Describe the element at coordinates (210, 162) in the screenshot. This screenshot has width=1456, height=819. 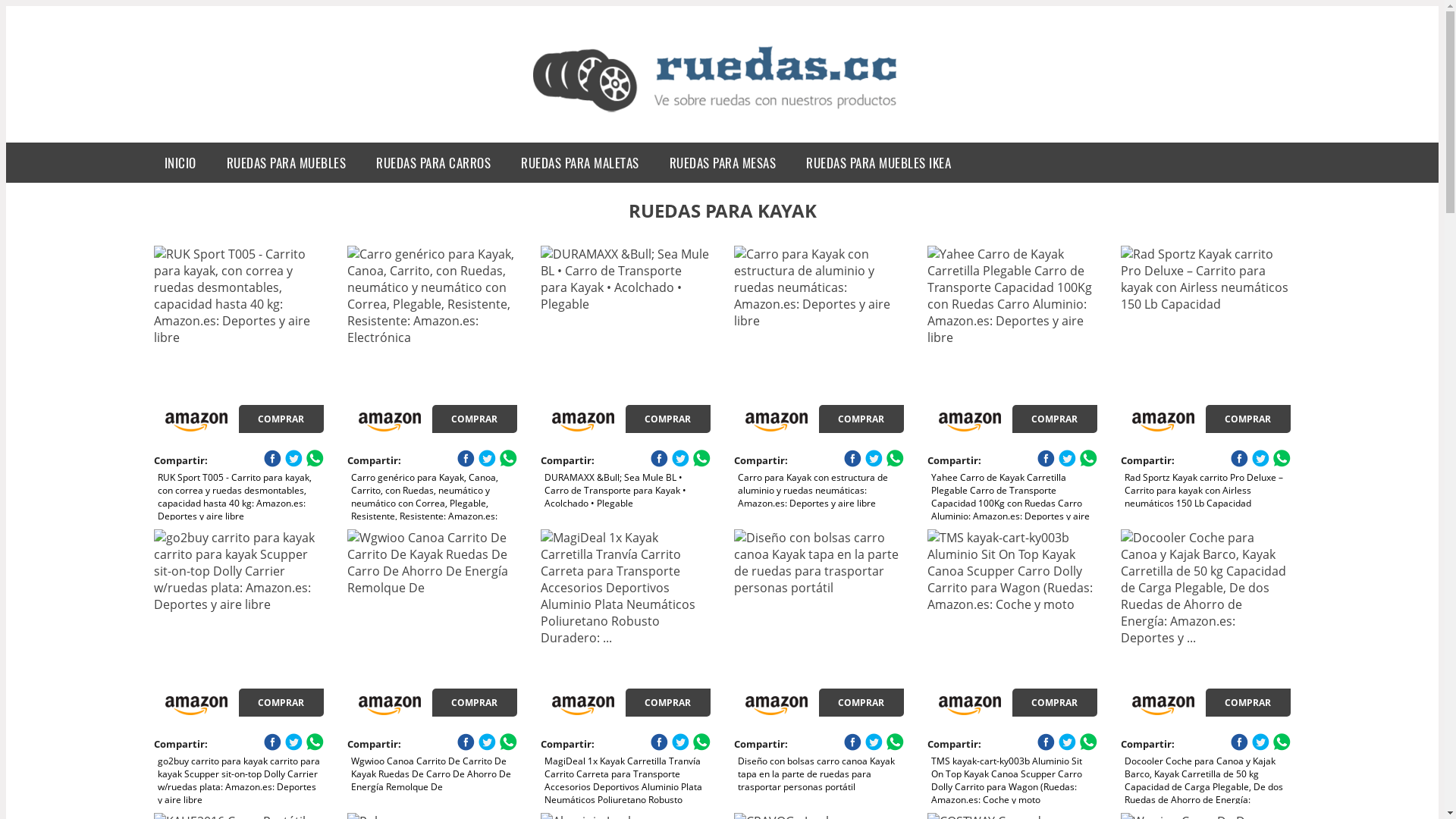
I see `'RUEDAS PARA MUEBLES'` at that location.